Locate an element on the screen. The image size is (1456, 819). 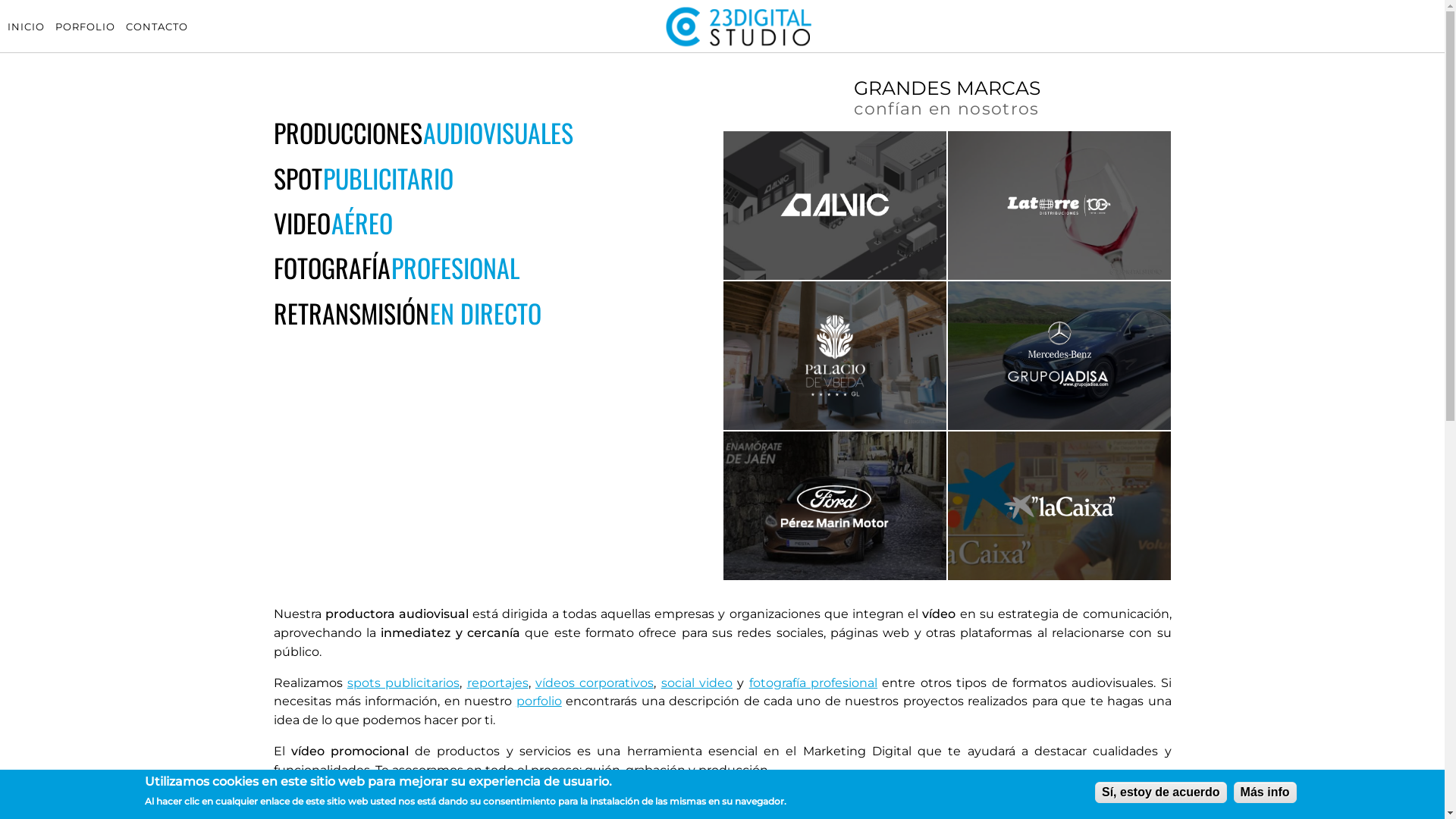
'INICIO' is located at coordinates (26, 26).